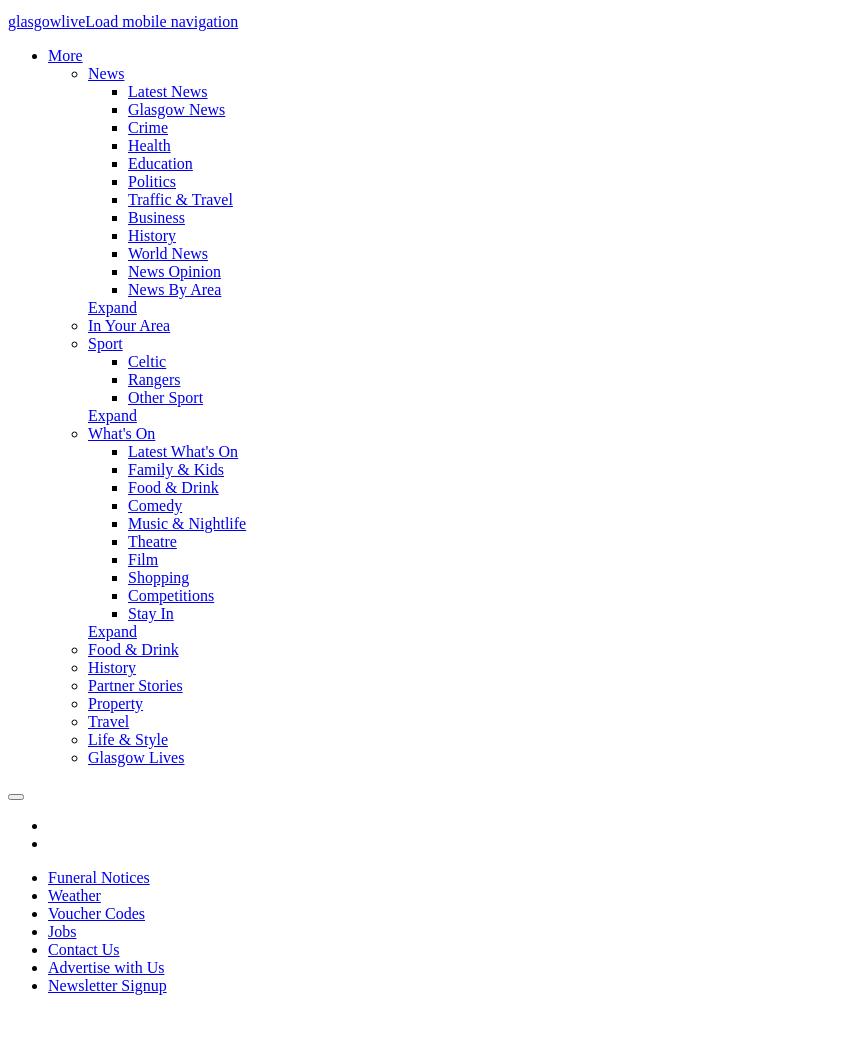  Describe the element at coordinates (142, 558) in the screenshot. I see `'Film'` at that location.